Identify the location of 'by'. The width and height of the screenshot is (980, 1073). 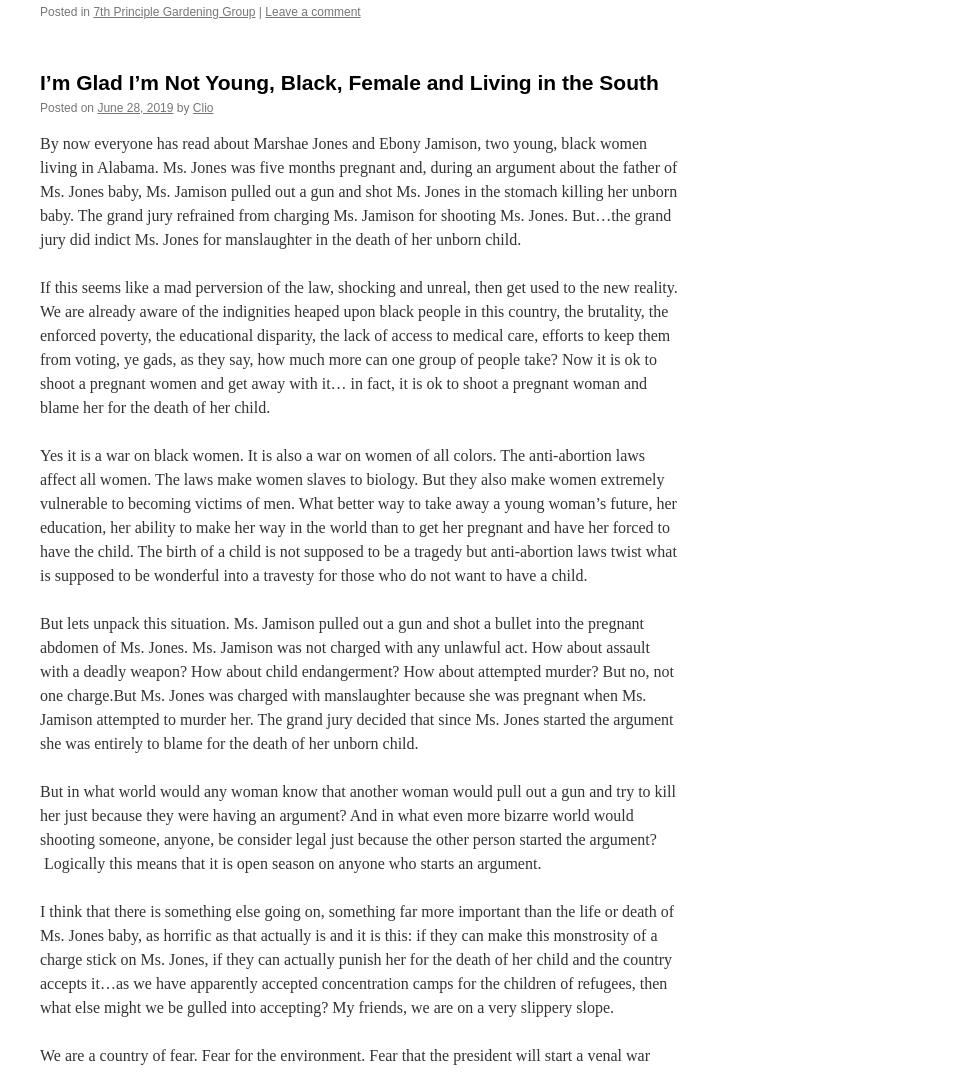
(182, 106).